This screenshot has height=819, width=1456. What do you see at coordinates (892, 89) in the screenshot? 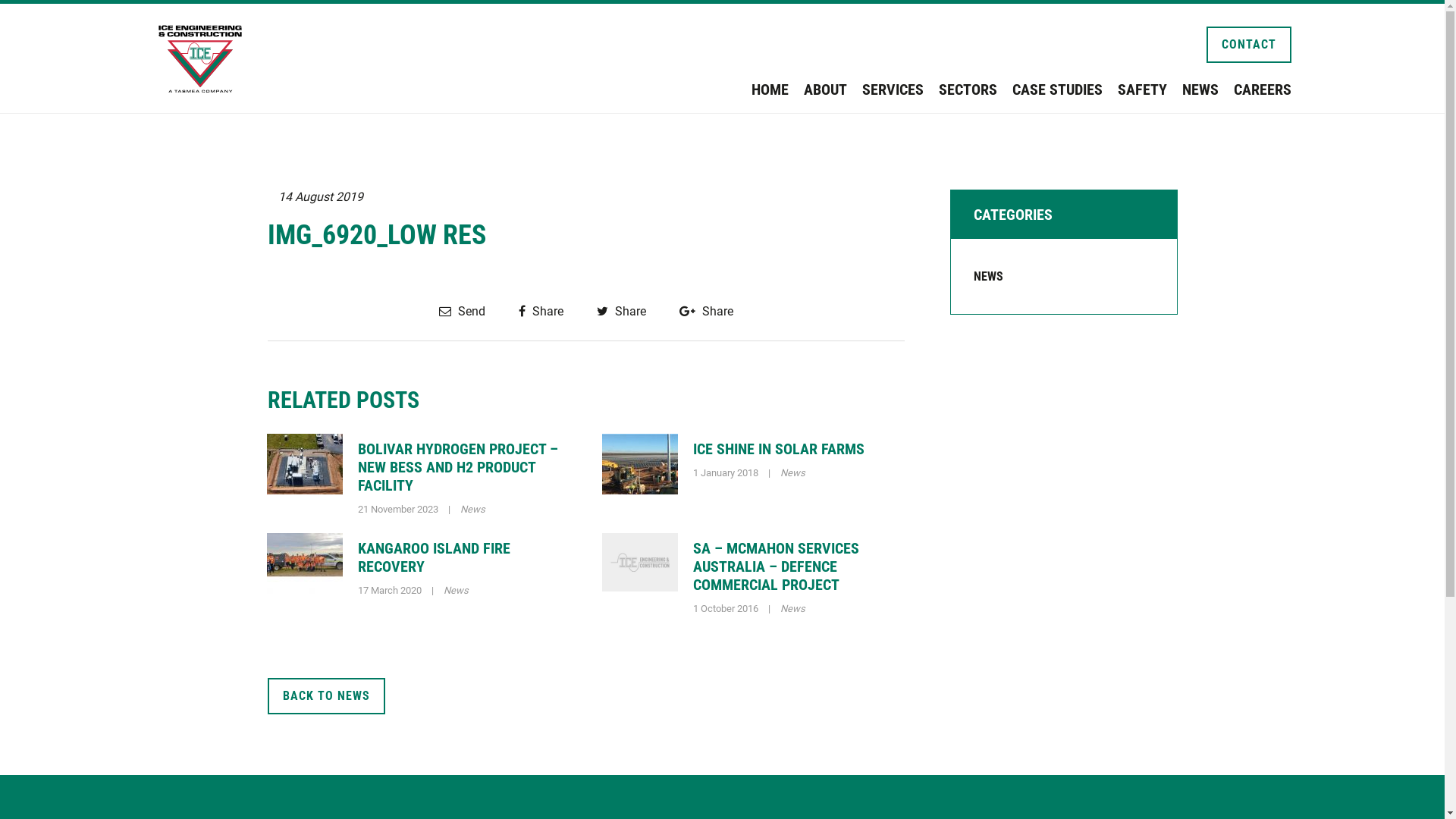
I see `'SERVICES'` at bounding box center [892, 89].